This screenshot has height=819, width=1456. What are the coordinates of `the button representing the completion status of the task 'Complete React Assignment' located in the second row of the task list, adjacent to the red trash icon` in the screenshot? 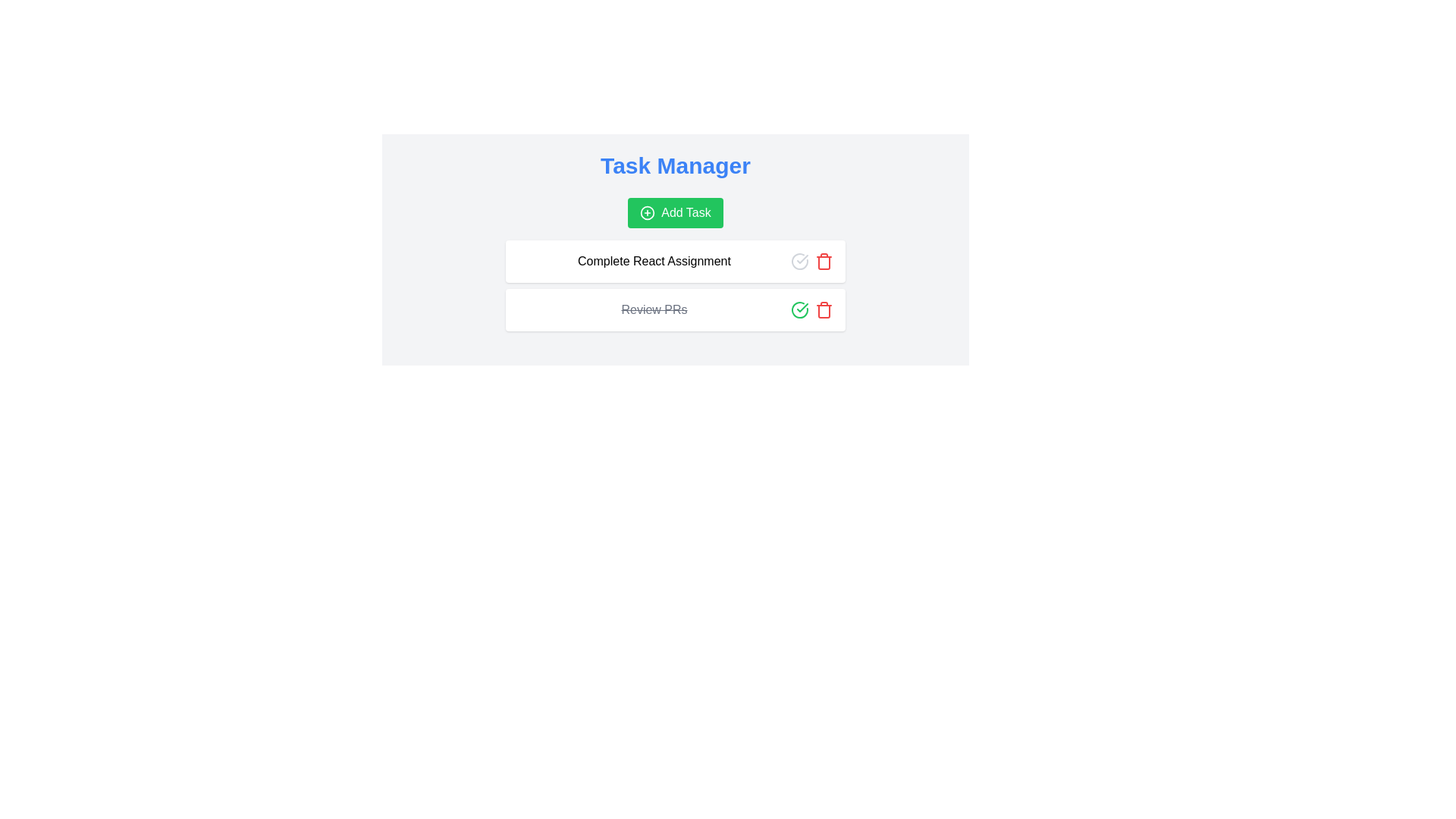 It's located at (799, 260).